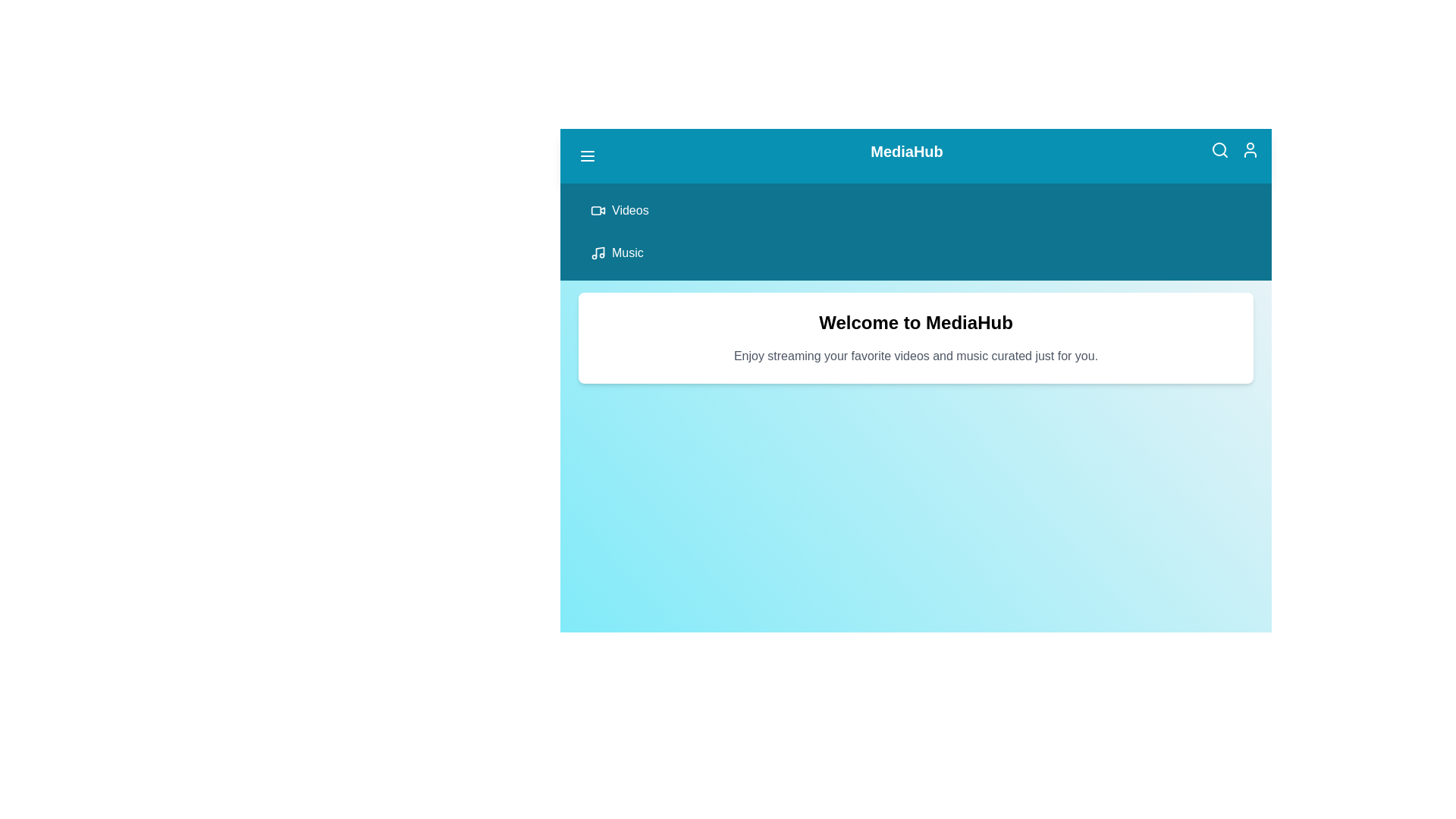  What do you see at coordinates (1219, 149) in the screenshot?
I see `the search icon to activate the search functionality` at bounding box center [1219, 149].